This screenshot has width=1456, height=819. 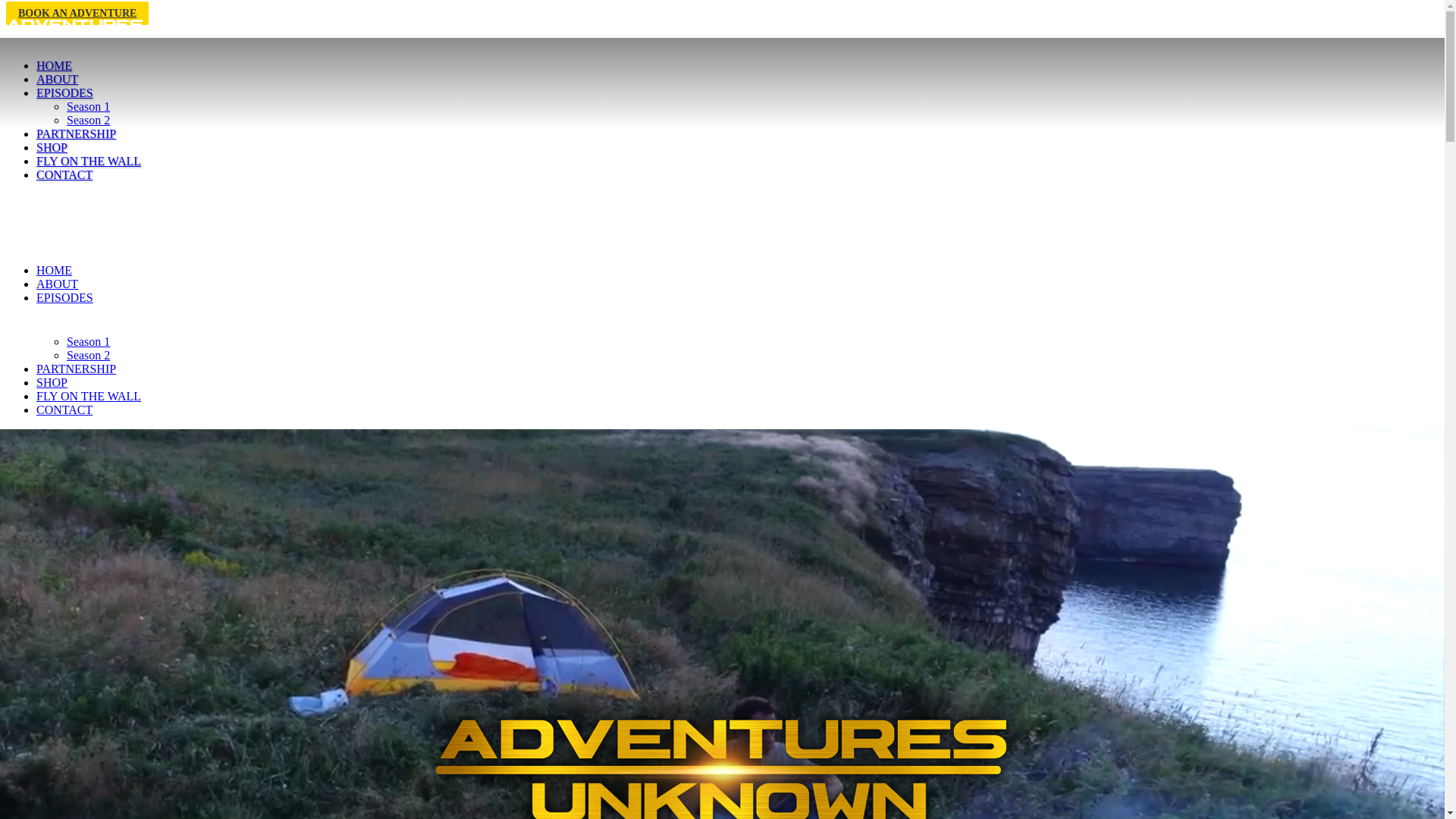 What do you see at coordinates (64, 93) in the screenshot?
I see `'EPISODES'` at bounding box center [64, 93].